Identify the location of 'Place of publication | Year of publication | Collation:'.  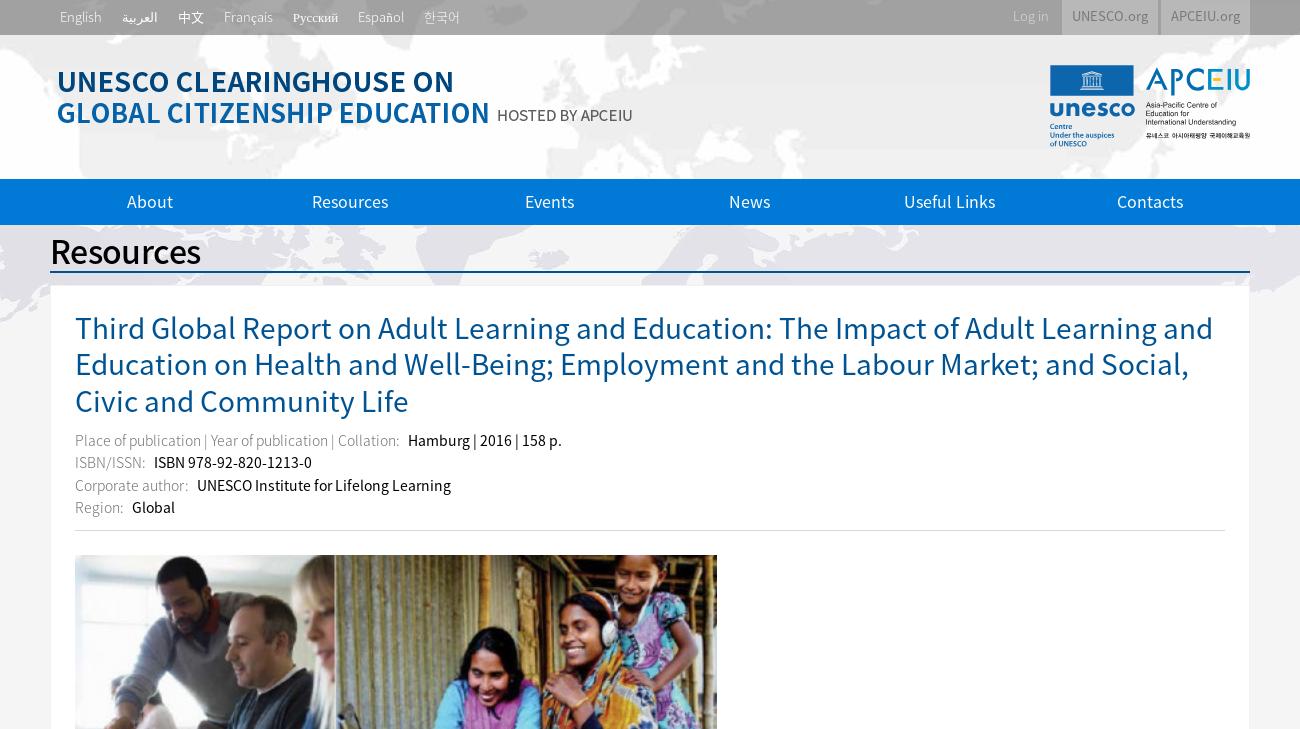
(237, 439).